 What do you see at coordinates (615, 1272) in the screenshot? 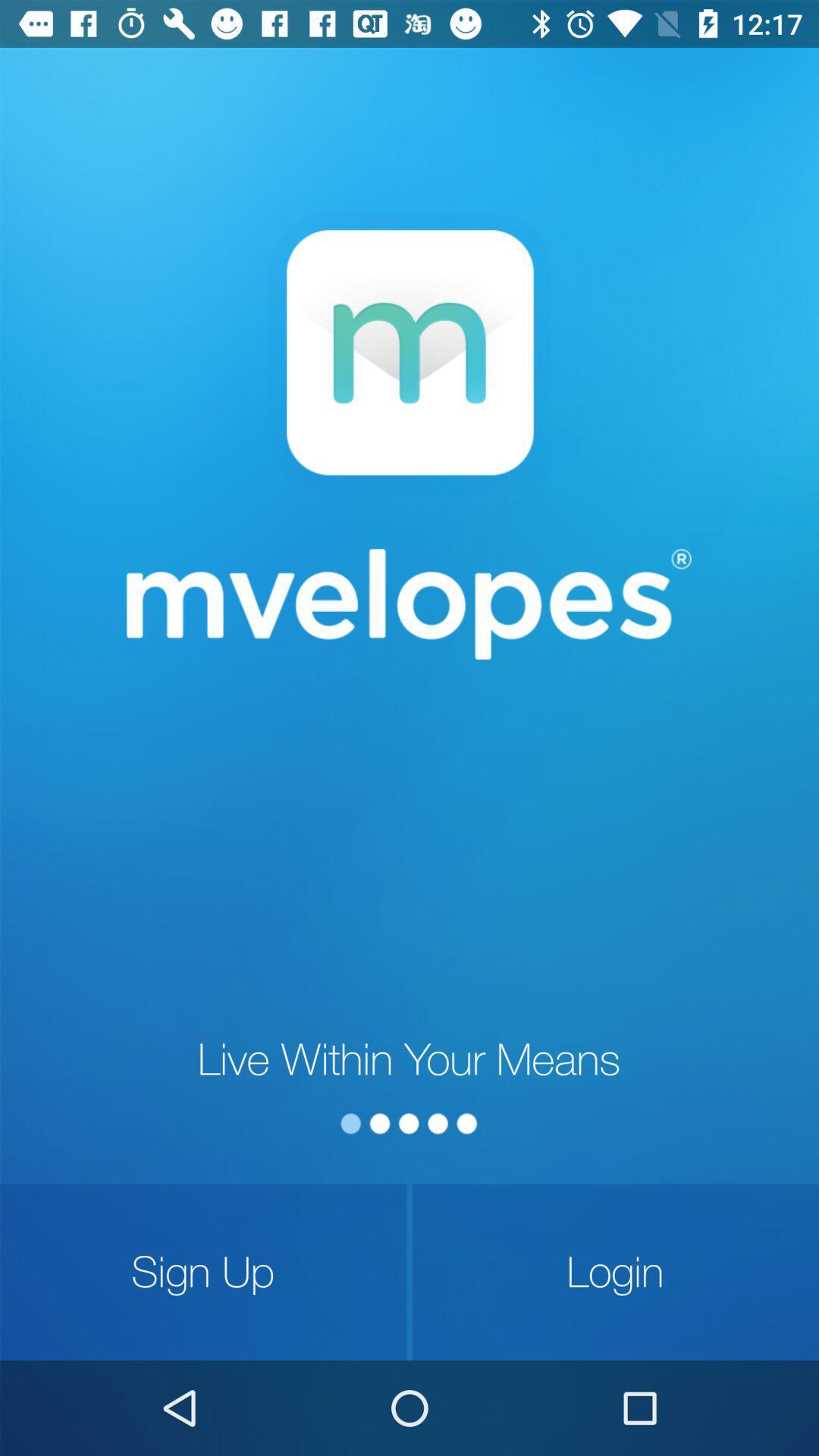
I see `the item to the right of the sign up` at bounding box center [615, 1272].